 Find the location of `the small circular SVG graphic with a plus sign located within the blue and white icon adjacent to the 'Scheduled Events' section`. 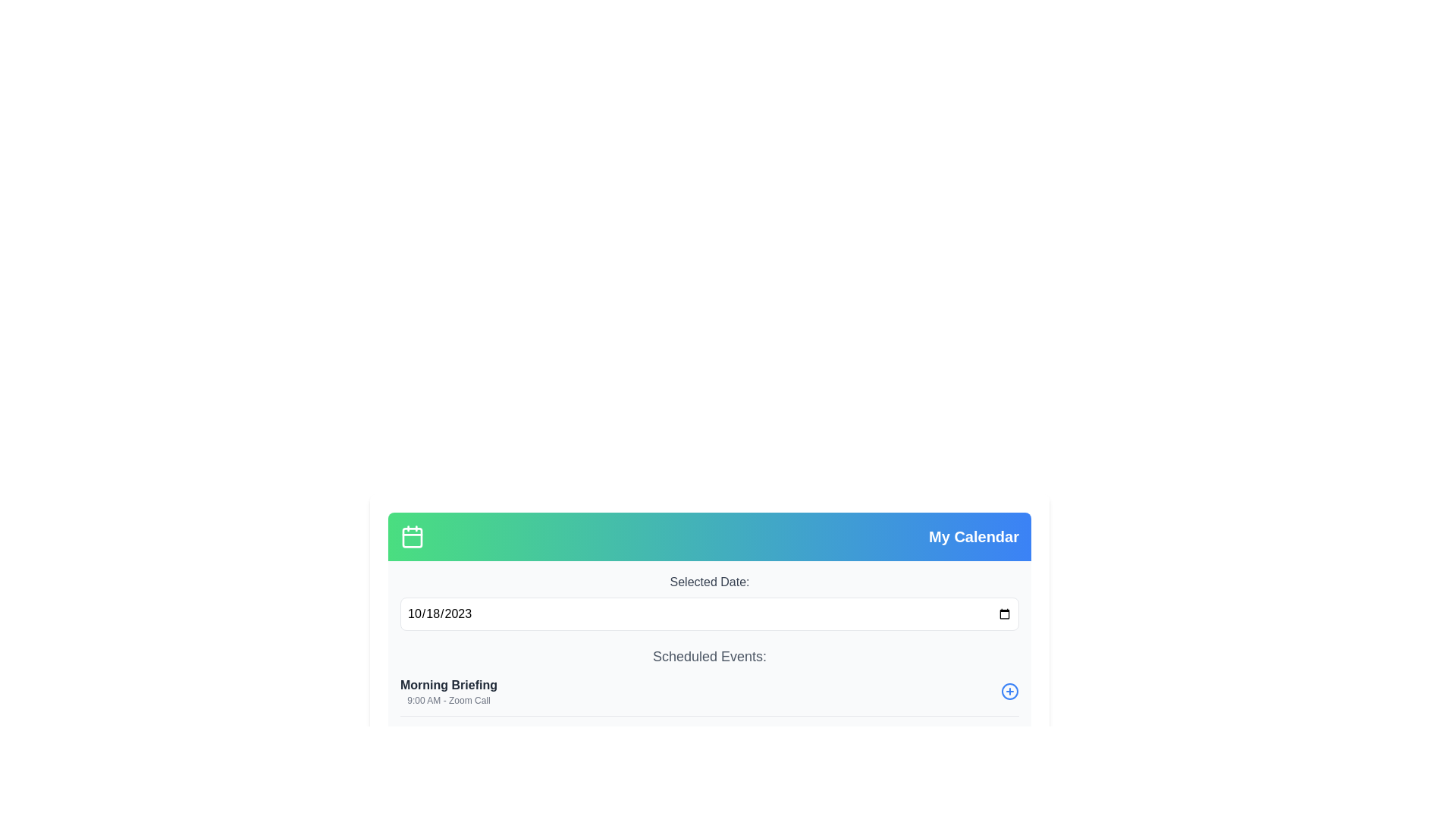

the small circular SVG graphic with a plus sign located within the blue and white icon adjacent to the 'Scheduled Events' section is located at coordinates (1009, 691).